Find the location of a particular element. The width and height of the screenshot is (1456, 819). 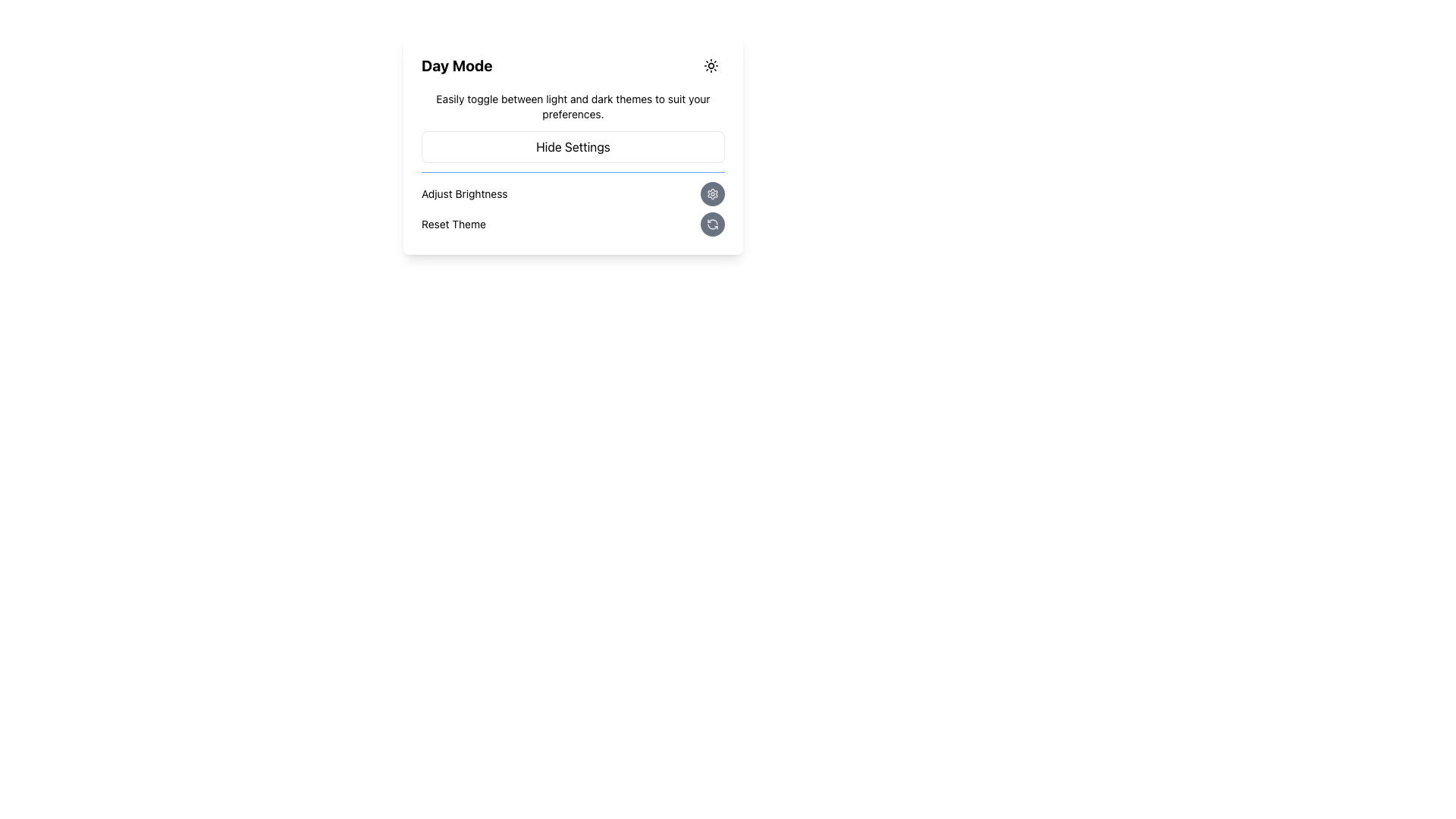

the reset action icon located within a circular button at the bottom right corner of the settings section is located at coordinates (712, 224).